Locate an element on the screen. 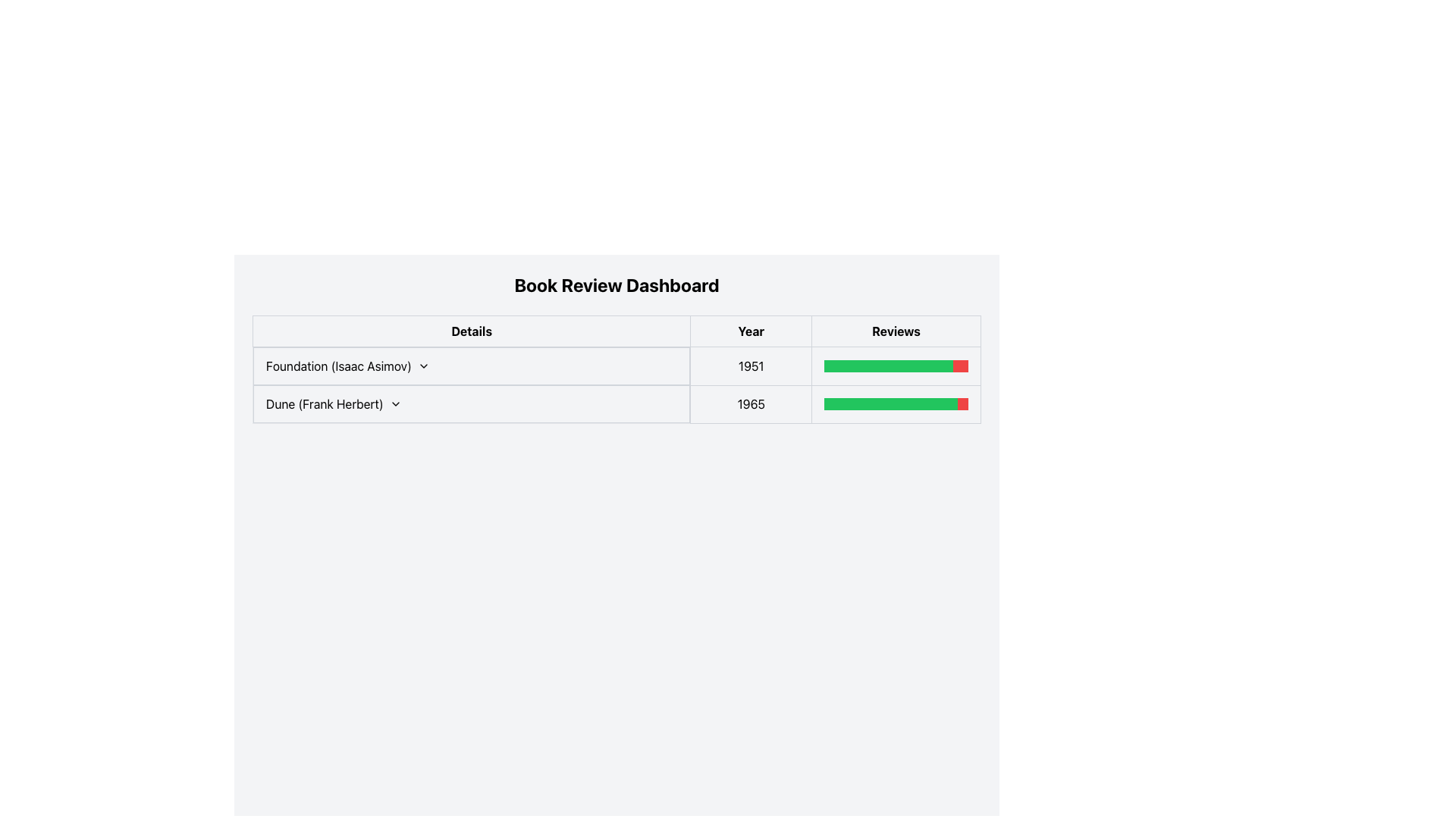  the static text element representing the publication year (1951) of the book 'Foundation', located in the second cell of the first row under the 'Year' column is located at coordinates (751, 366).